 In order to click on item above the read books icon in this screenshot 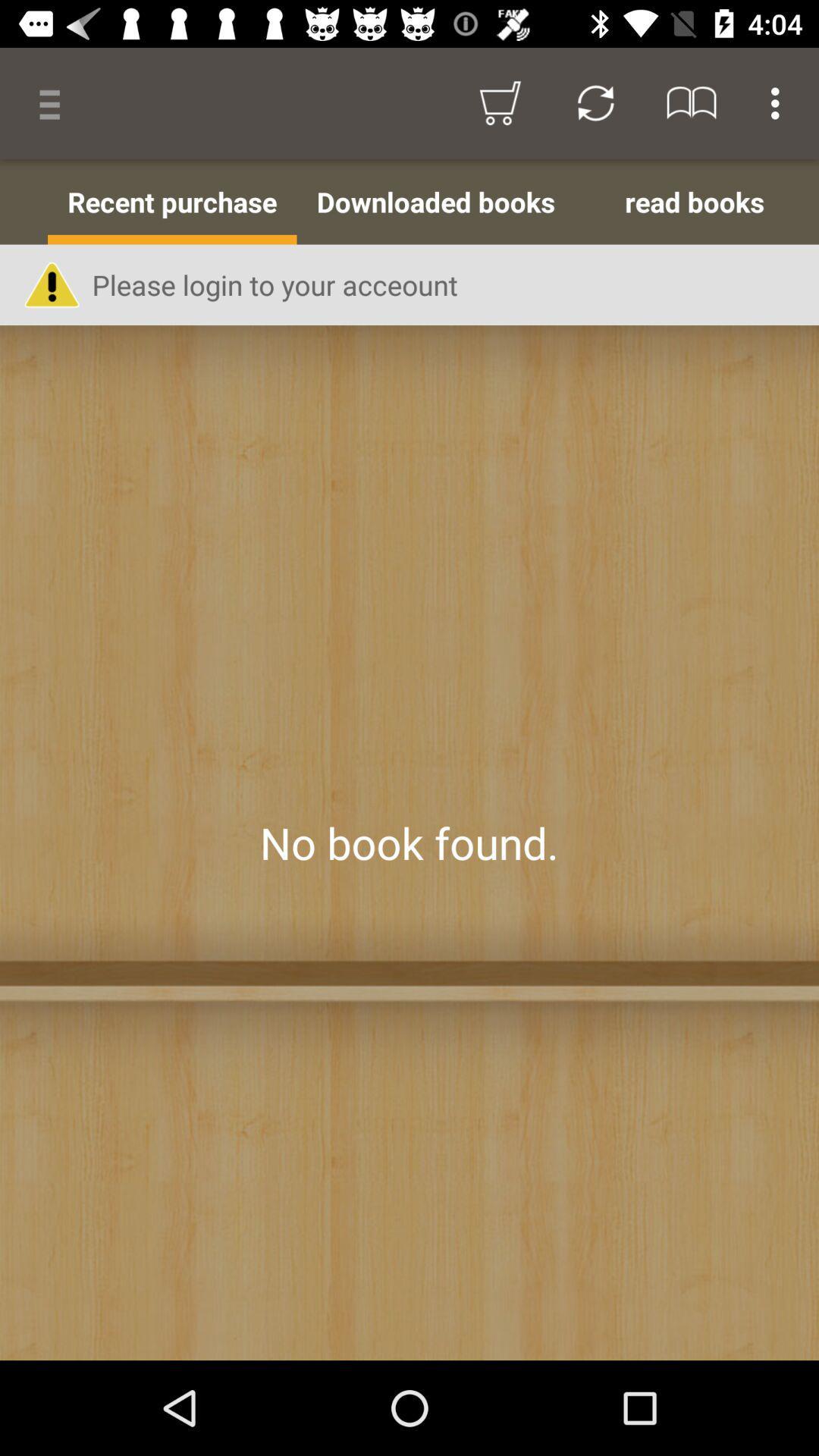, I will do `click(779, 102)`.